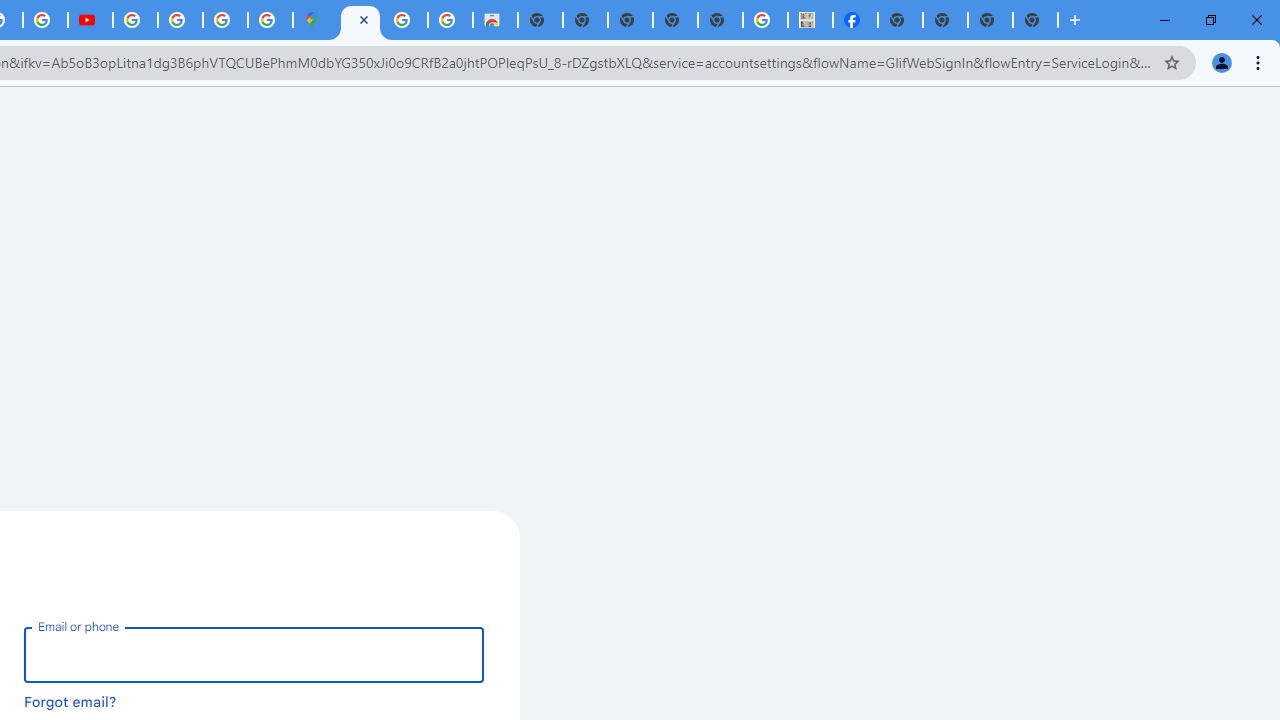 This screenshot has width=1280, height=720. What do you see at coordinates (89, 20) in the screenshot?
I see `'Subscriptions - YouTube'` at bounding box center [89, 20].